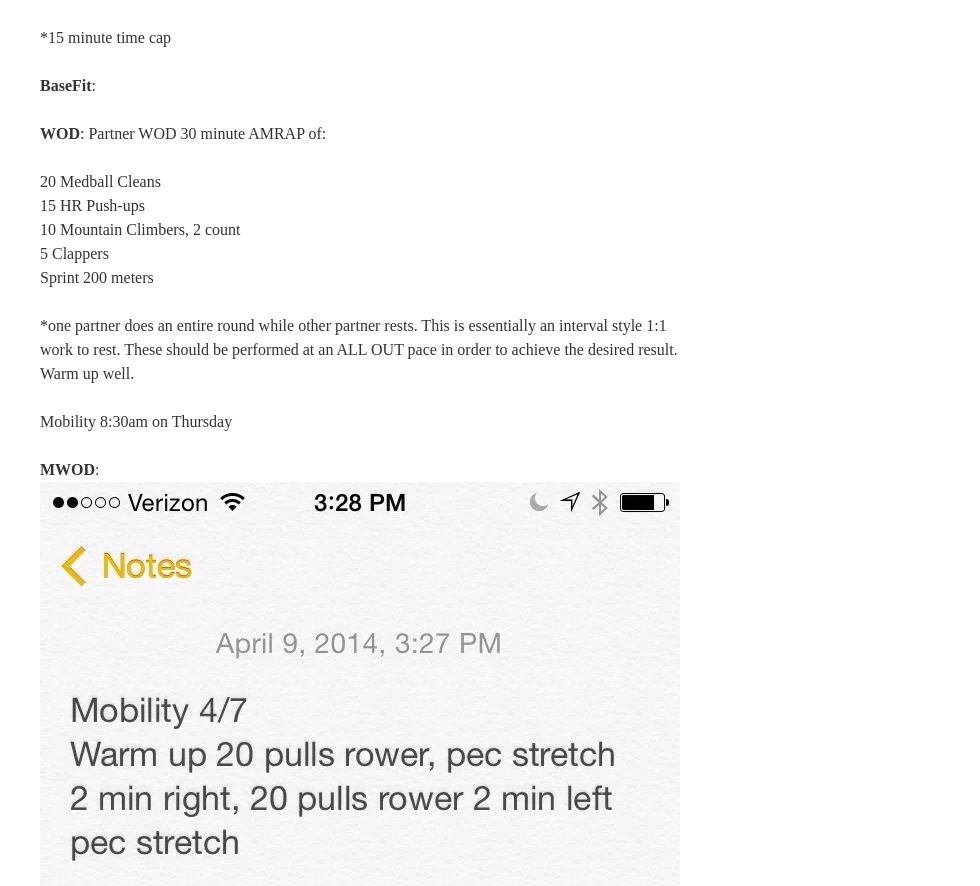 This screenshot has height=886, width=980. What do you see at coordinates (73, 252) in the screenshot?
I see `'5 Clappers'` at bounding box center [73, 252].